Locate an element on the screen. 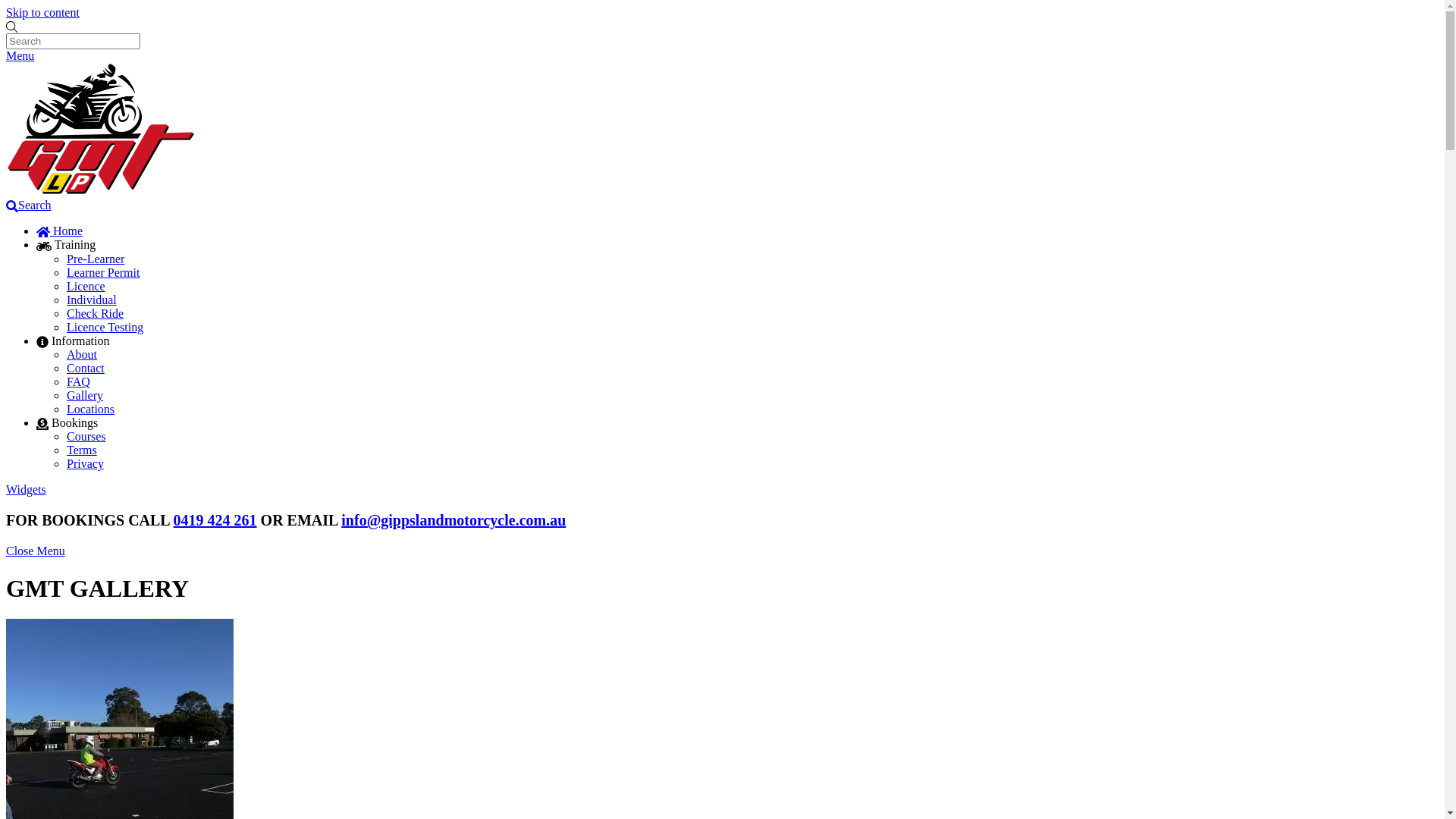 The height and width of the screenshot is (819, 1456). 'Widgets' is located at coordinates (6, 489).